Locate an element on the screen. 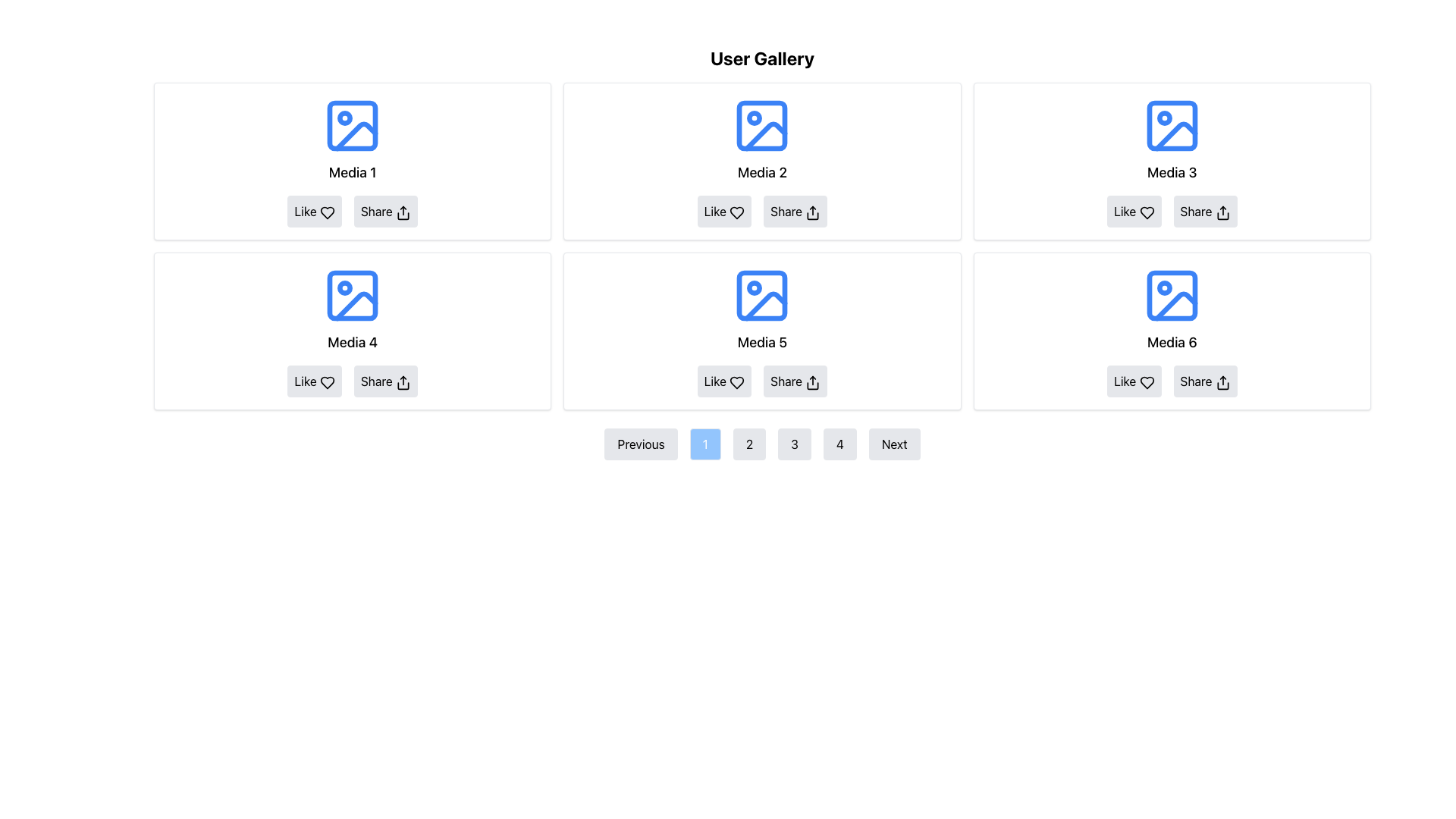  the 'Share' button located in the bottom center of the card labeled 'Media 2' in the second column of the top row of the gallery grid to share the content is located at coordinates (762, 211).